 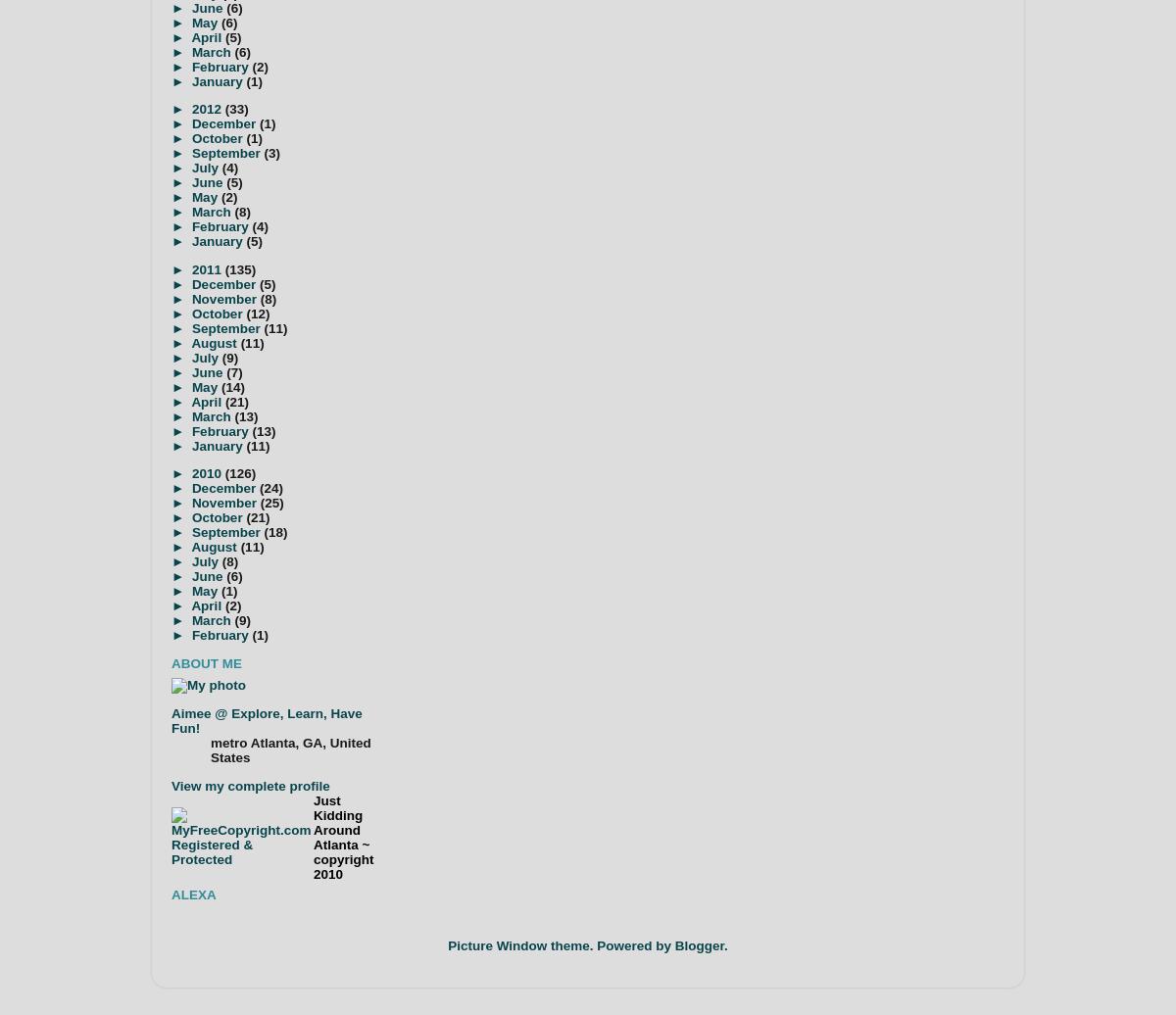 What do you see at coordinates (170, 720) in the screenshot?
I see `'Aimee @ Explore, Learn, Have Fun!'` at bounding box center [170, 720].